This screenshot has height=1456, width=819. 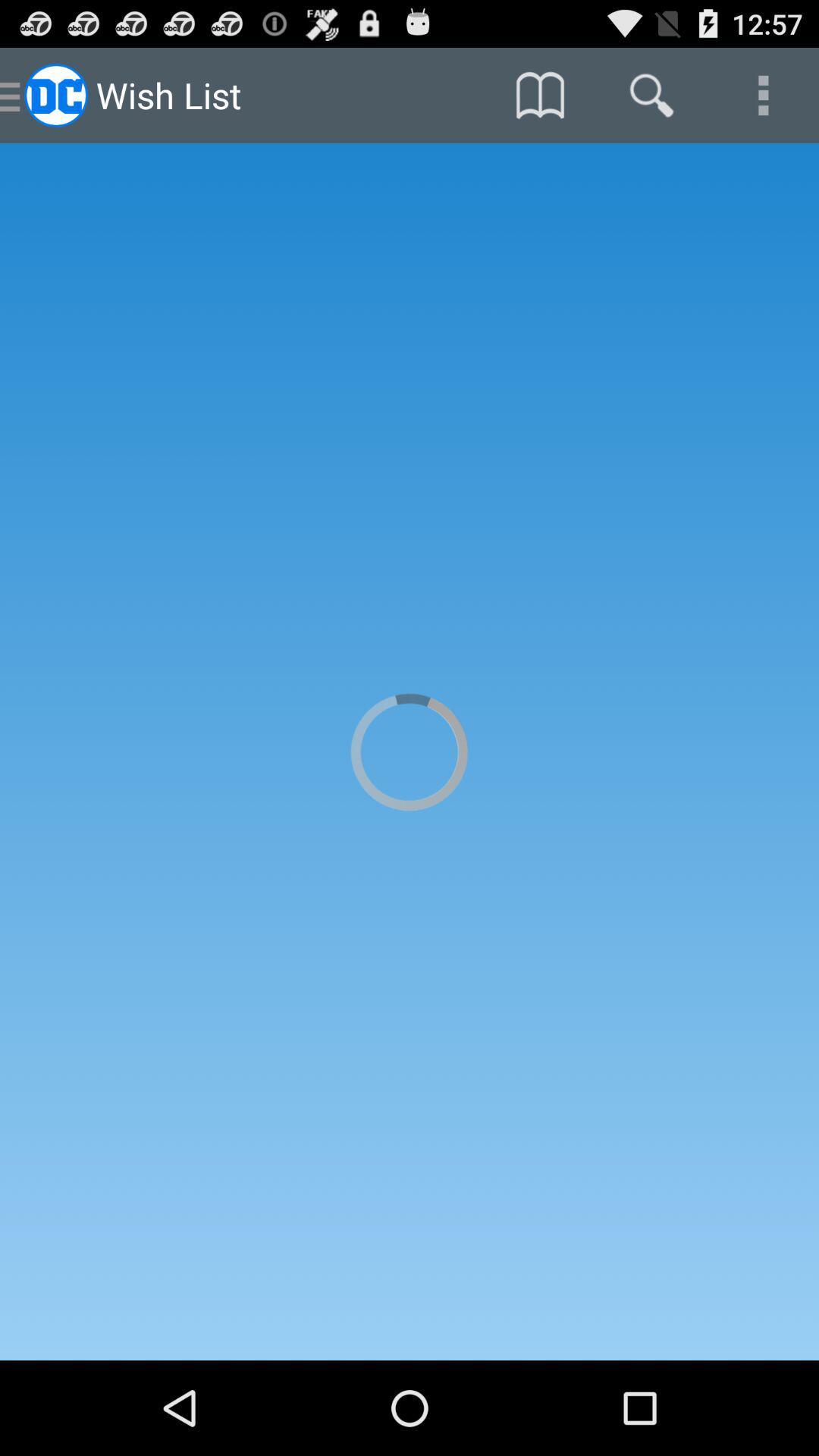 I want to click on the icon above there are no, so click(x=539, y=94).